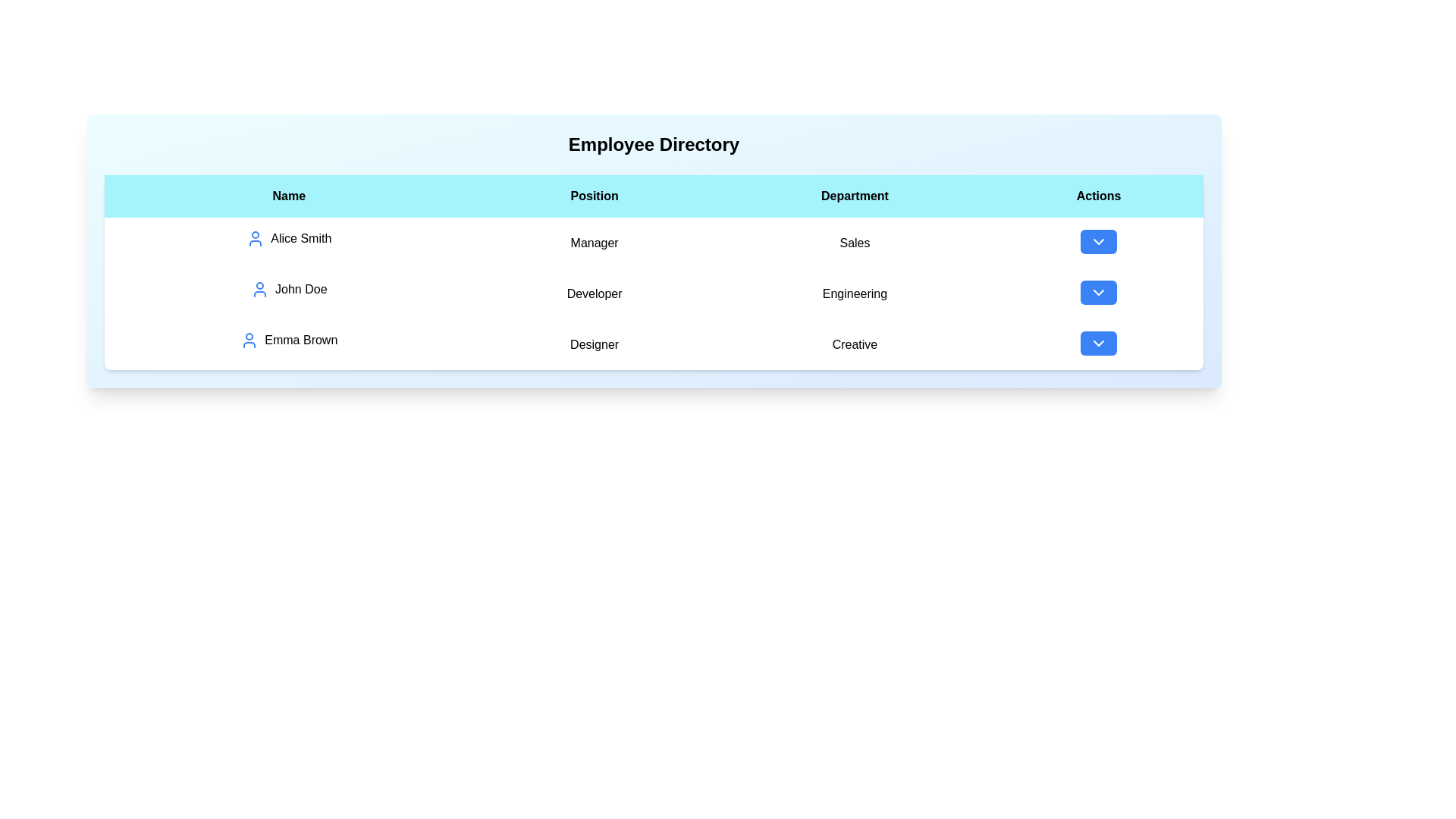 The image size is (1456, 819). What do you see at coordinates (289, 239) in the screenshot?
I see `the text label displaying 'Alice Smith', which is styled with a medium font weight and aligned left in the first row under the 'Name' column of the table` at bounding box center [289, 239].